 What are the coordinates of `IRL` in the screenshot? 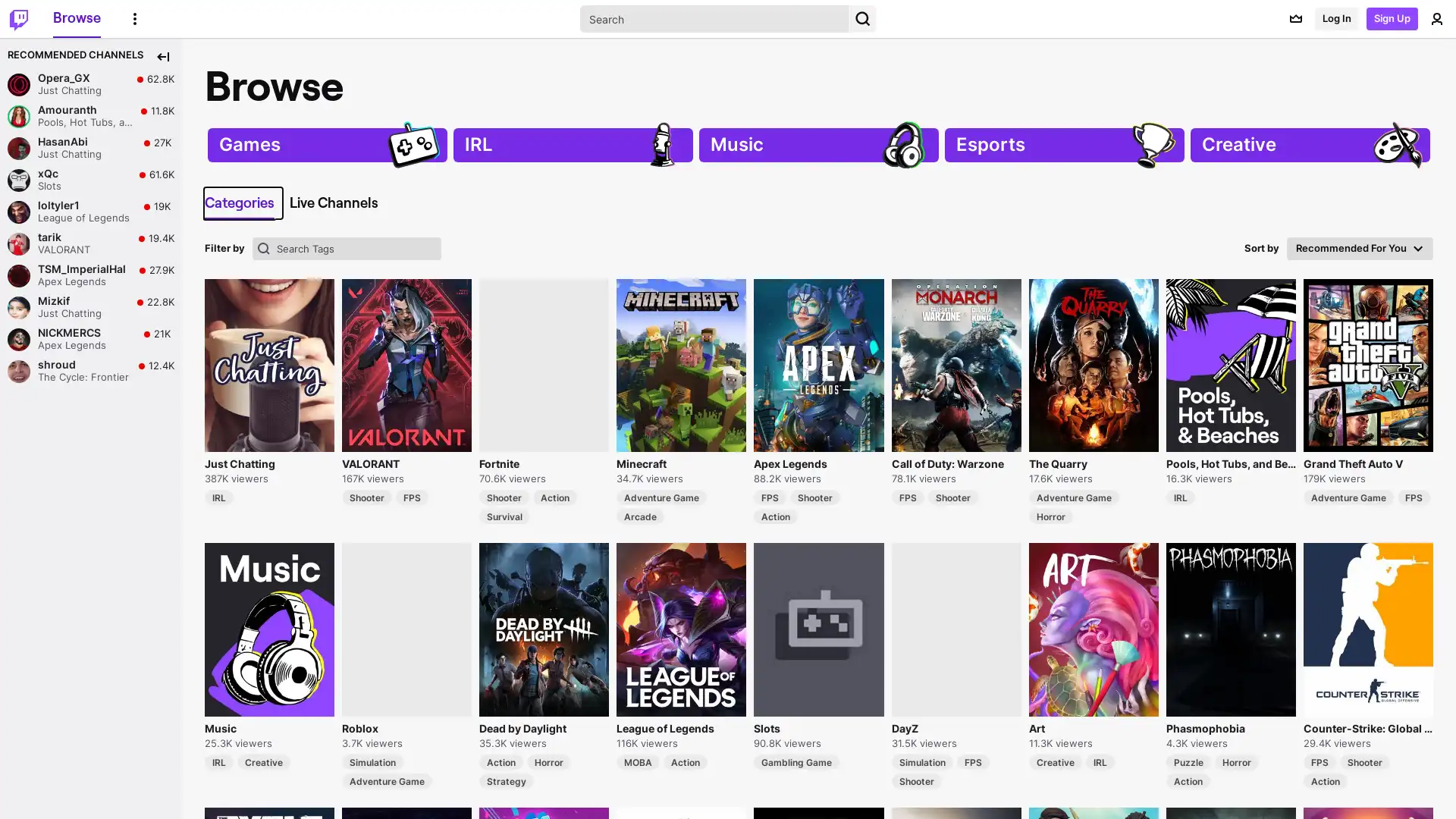 It's located at (218, 762).